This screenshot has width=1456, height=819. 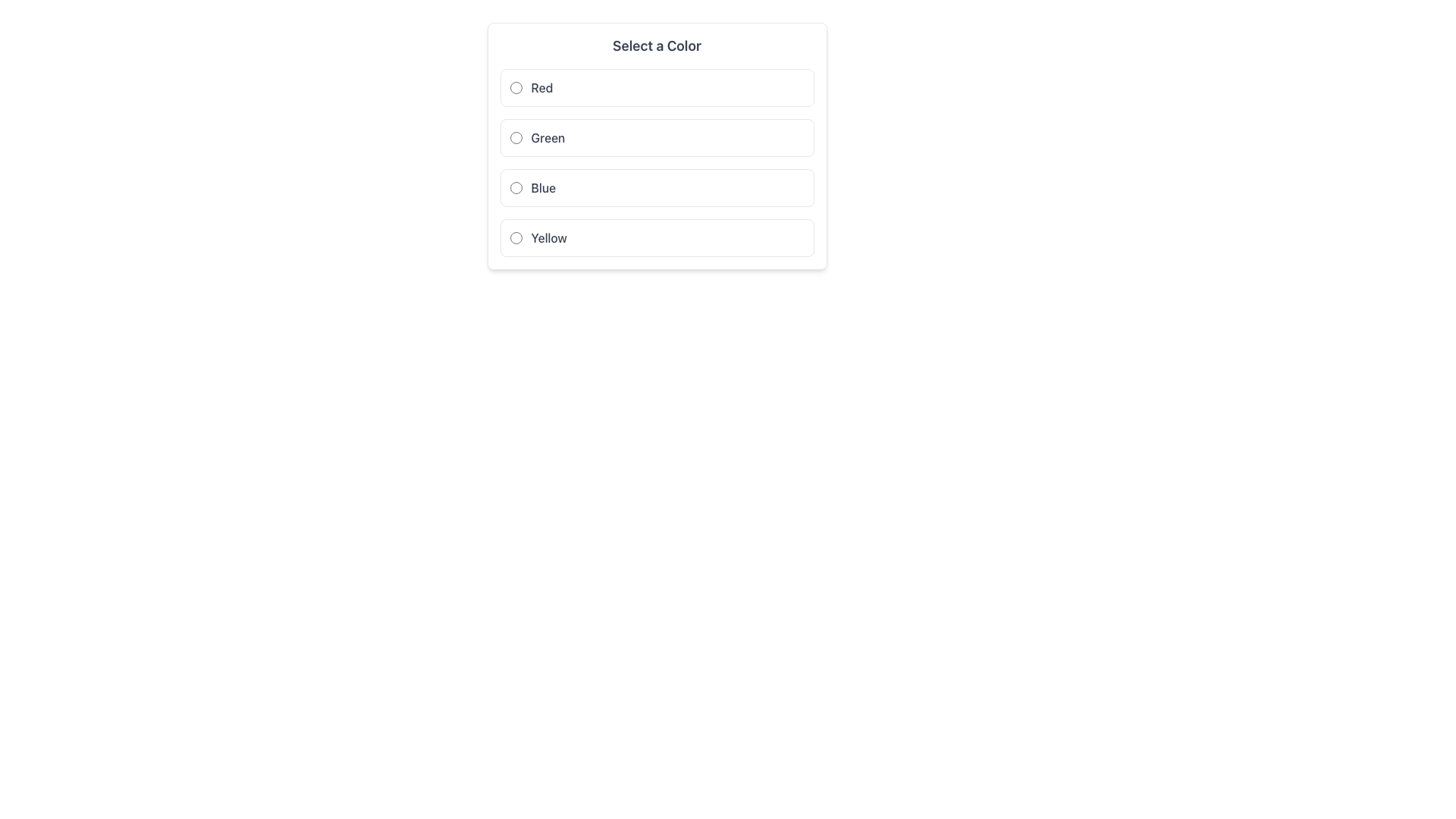 I want to click on the second radio button for the option 'Green', so click(x=516, y=137).